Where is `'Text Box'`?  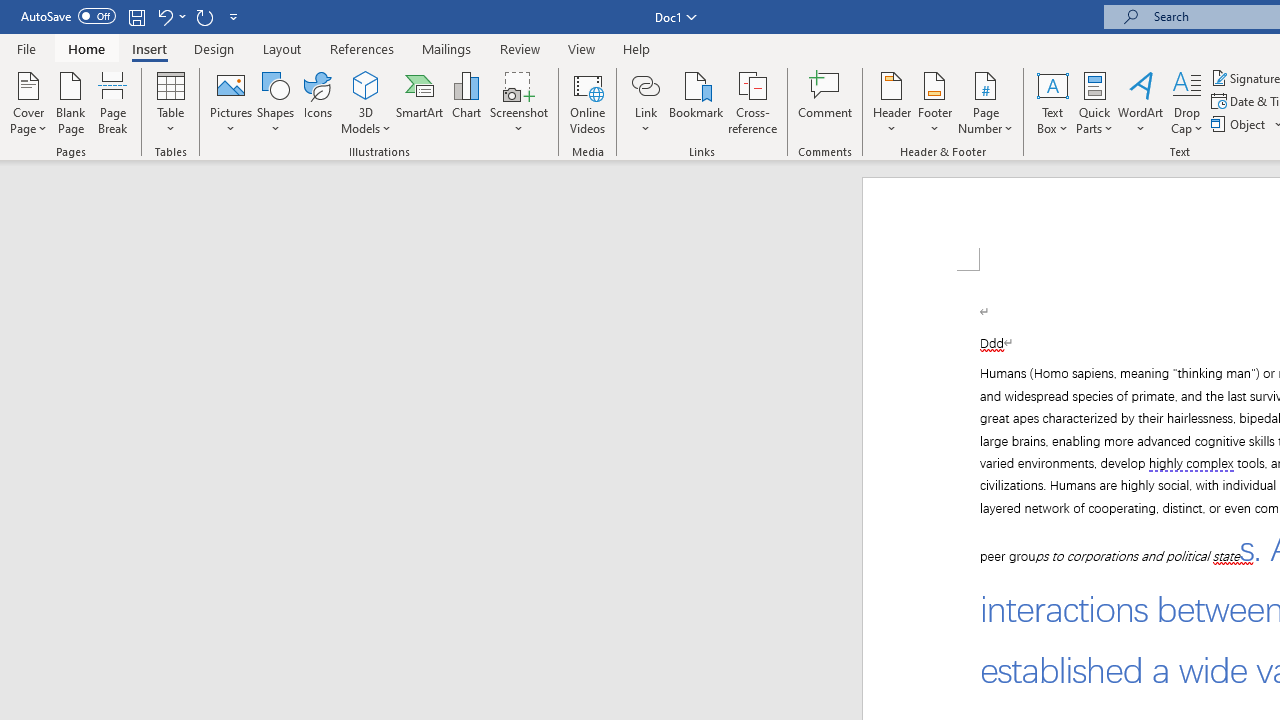 'Text Box' is located at coordinates (1051, 103).